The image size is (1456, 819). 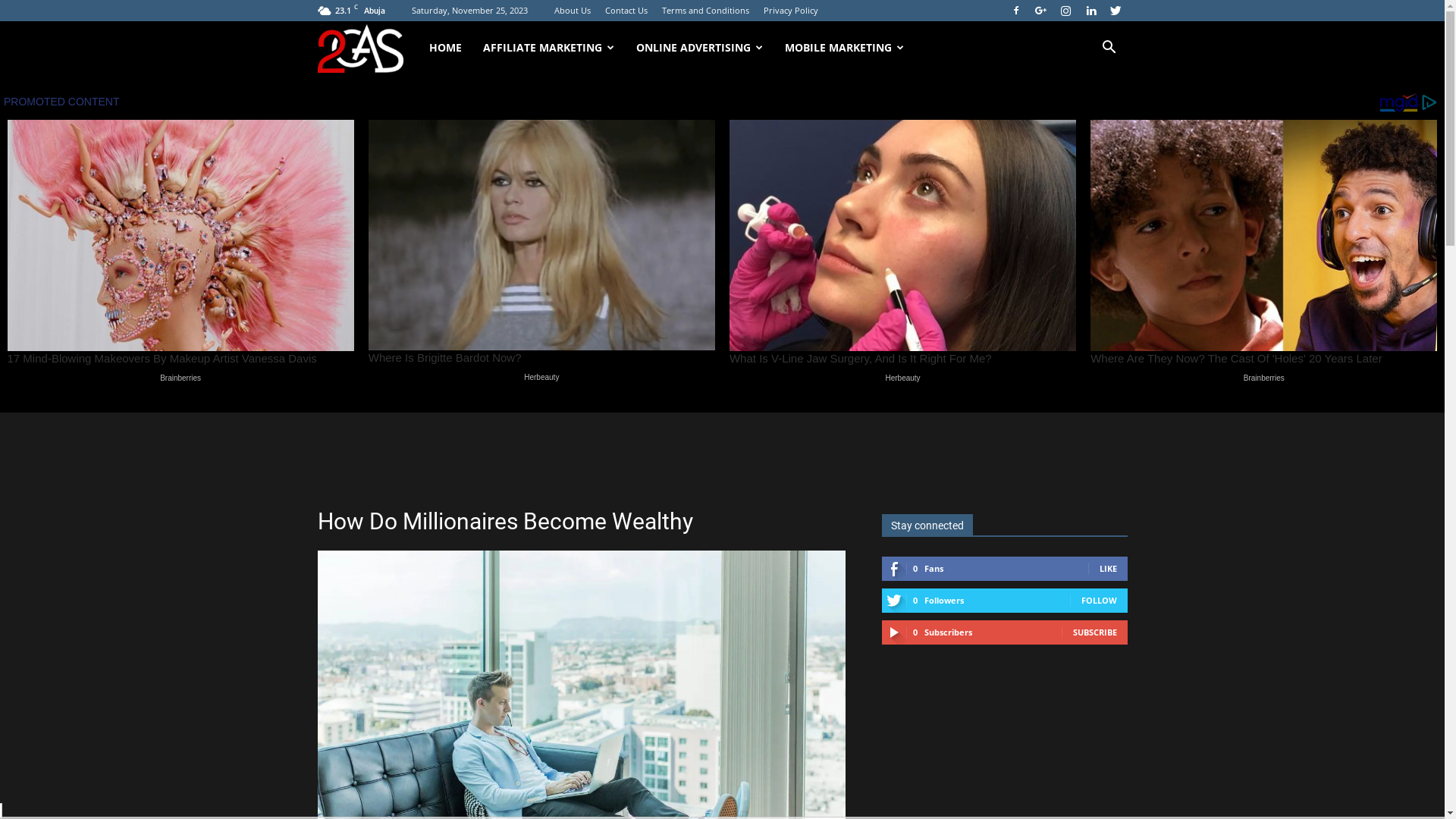 I want to click on 'About Us', so click(x=570, y=10).